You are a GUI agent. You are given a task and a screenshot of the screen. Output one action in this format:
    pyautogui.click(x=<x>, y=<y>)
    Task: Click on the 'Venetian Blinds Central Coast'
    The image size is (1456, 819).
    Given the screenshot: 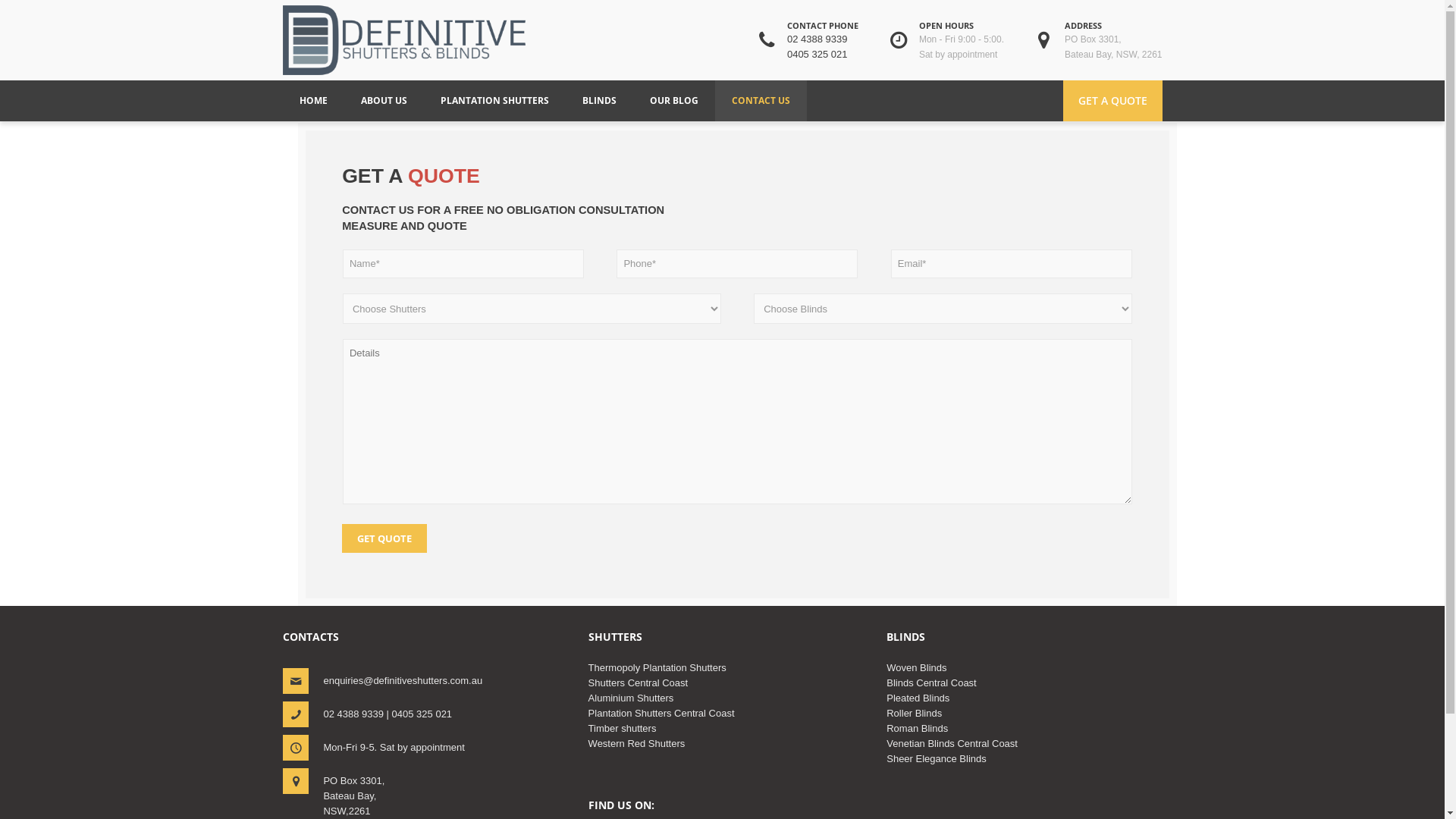 What is the action you would take?
    pyautogui.click(x=951, y=742)
    